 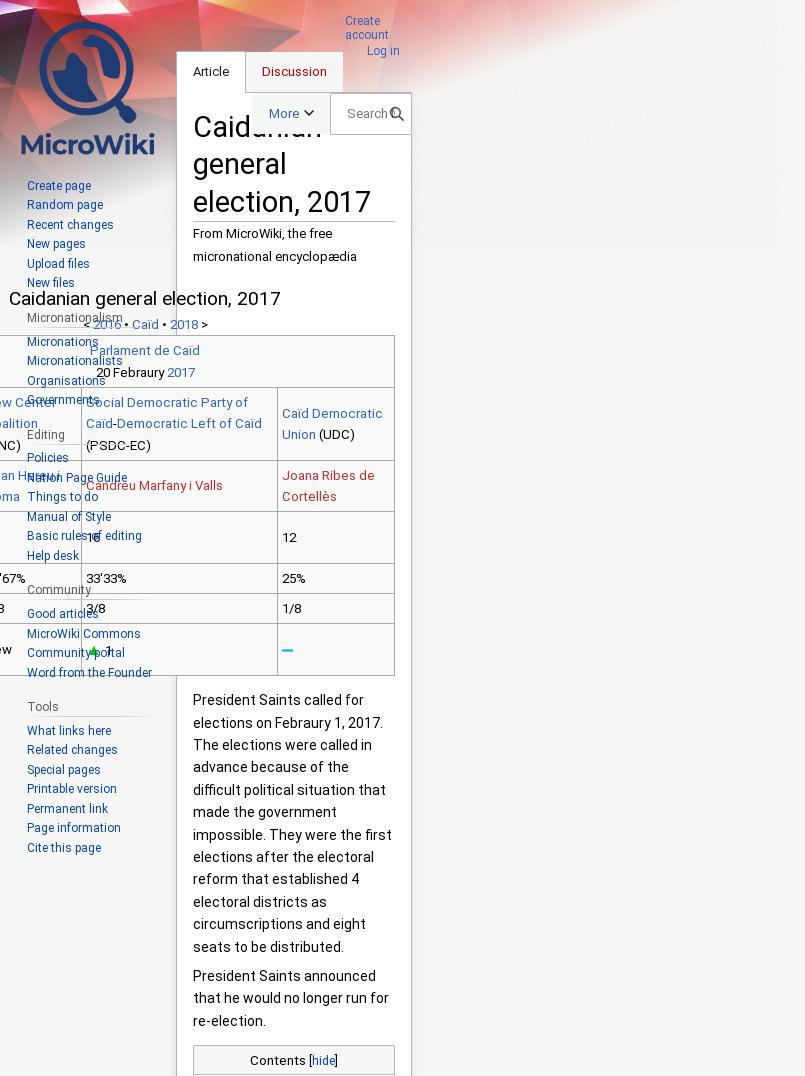 What do you see at coordinates (100, 648) in the screenshot?
I see `'1'` at bounding box center [100, 648].